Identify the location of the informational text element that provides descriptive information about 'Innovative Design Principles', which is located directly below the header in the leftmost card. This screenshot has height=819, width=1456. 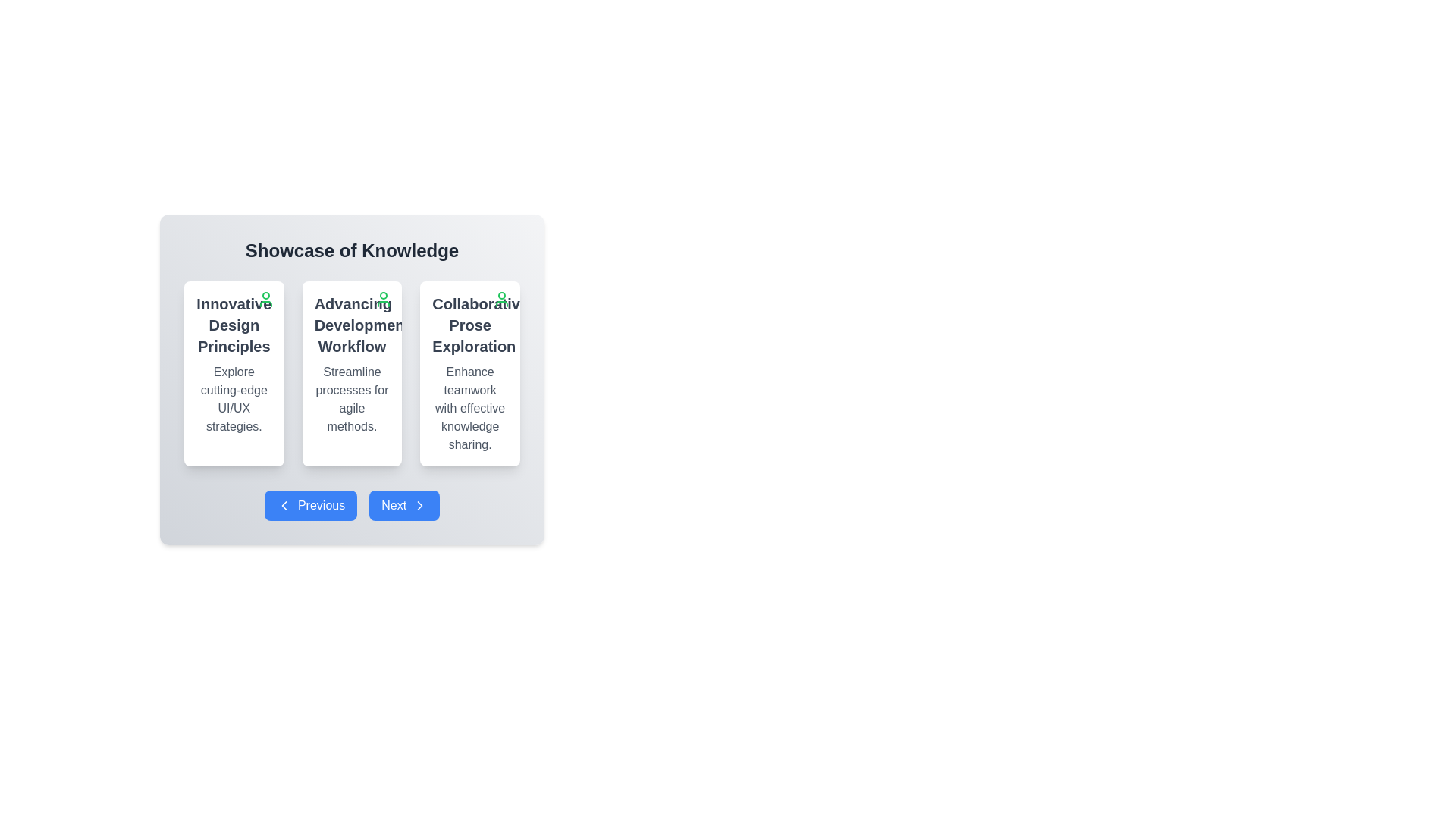
(233, 399).